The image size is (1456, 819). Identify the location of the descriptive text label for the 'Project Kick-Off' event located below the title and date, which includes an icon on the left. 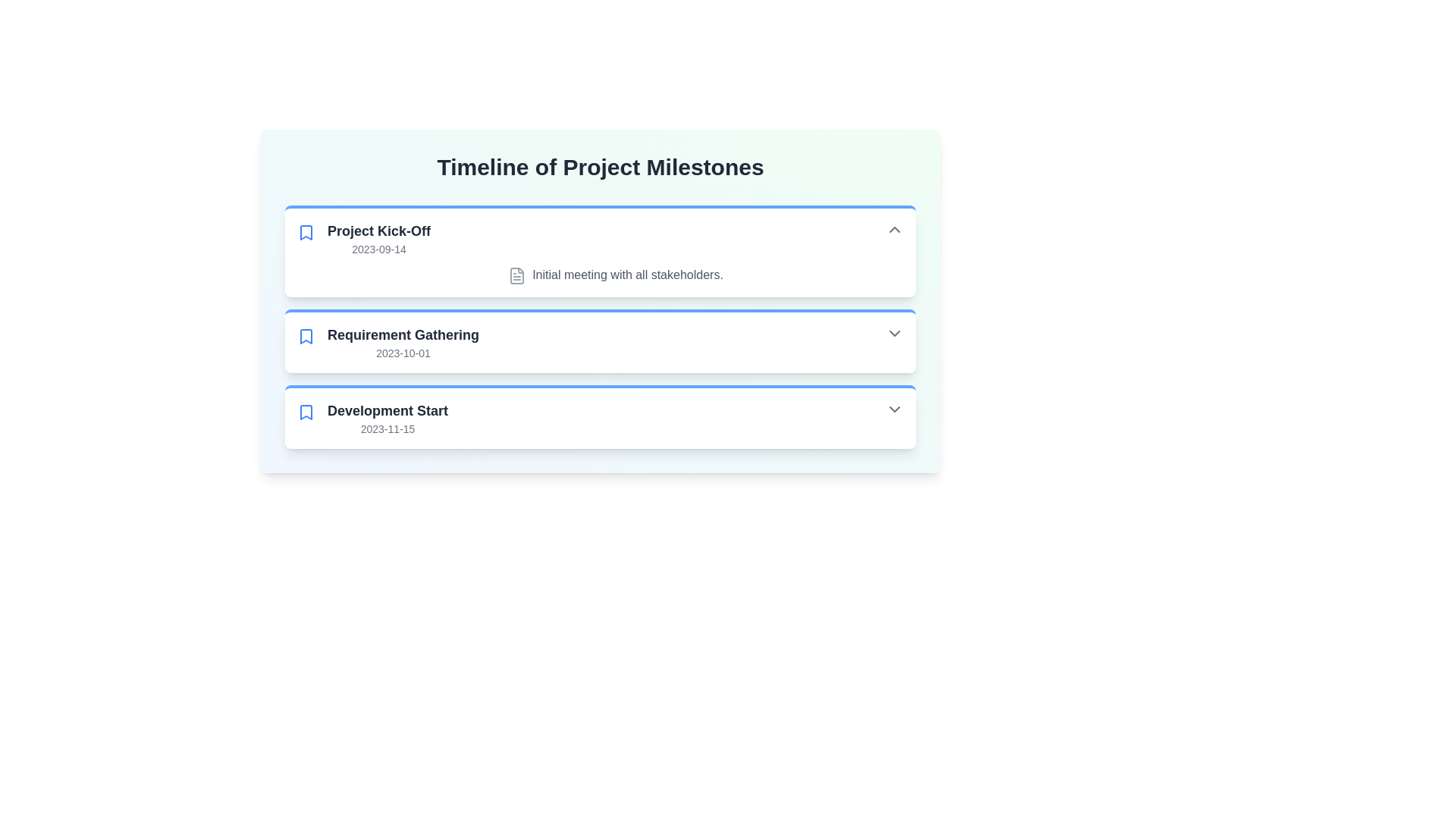
(615, 275).